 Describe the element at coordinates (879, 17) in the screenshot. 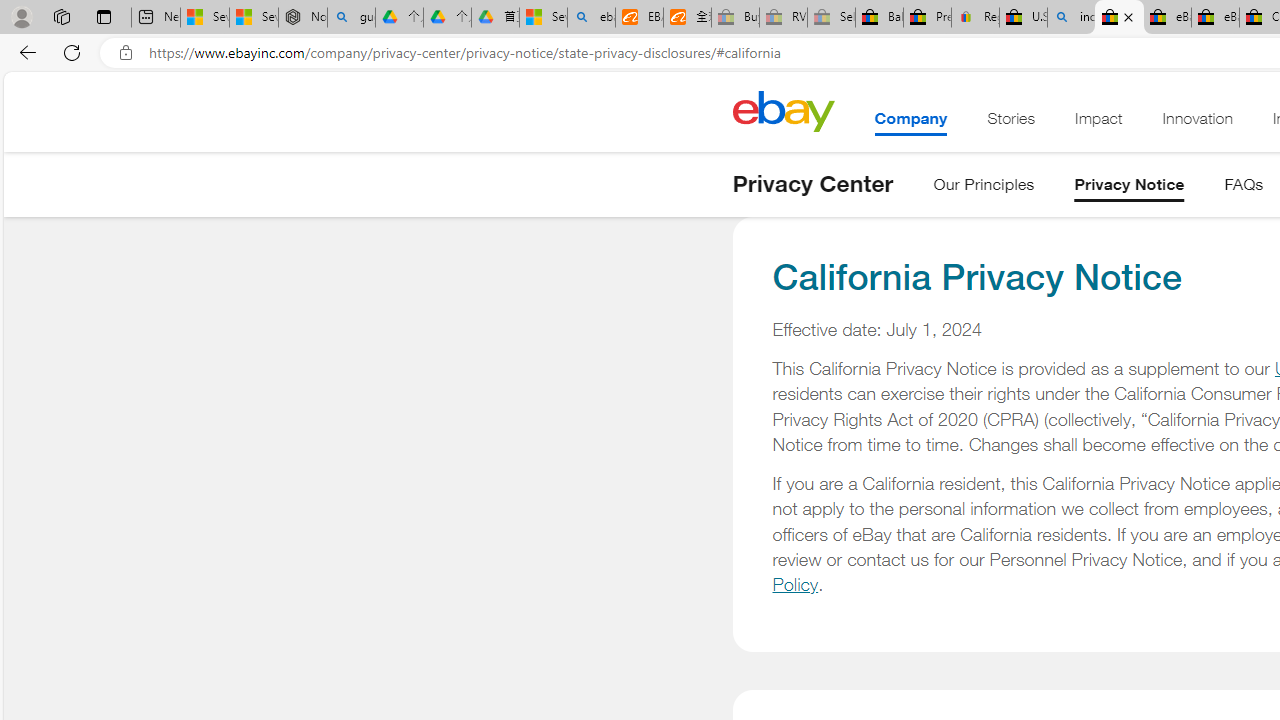

I see `'Baby Keepsakes & Announcements for sale | eBay'` at that location.